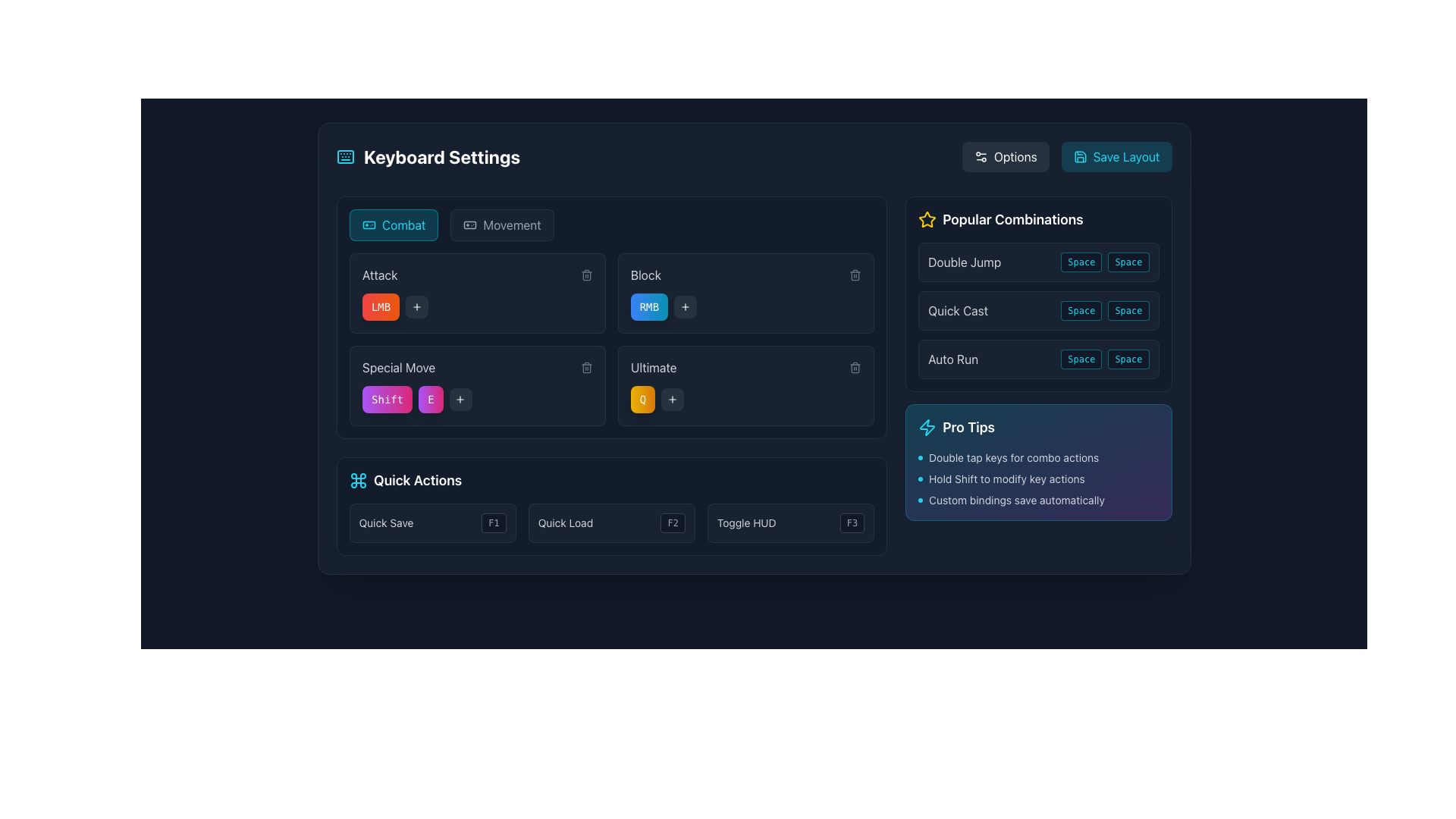  I want to click on the 'Combat' button with a blue-green gradient background, so click(394, 225).